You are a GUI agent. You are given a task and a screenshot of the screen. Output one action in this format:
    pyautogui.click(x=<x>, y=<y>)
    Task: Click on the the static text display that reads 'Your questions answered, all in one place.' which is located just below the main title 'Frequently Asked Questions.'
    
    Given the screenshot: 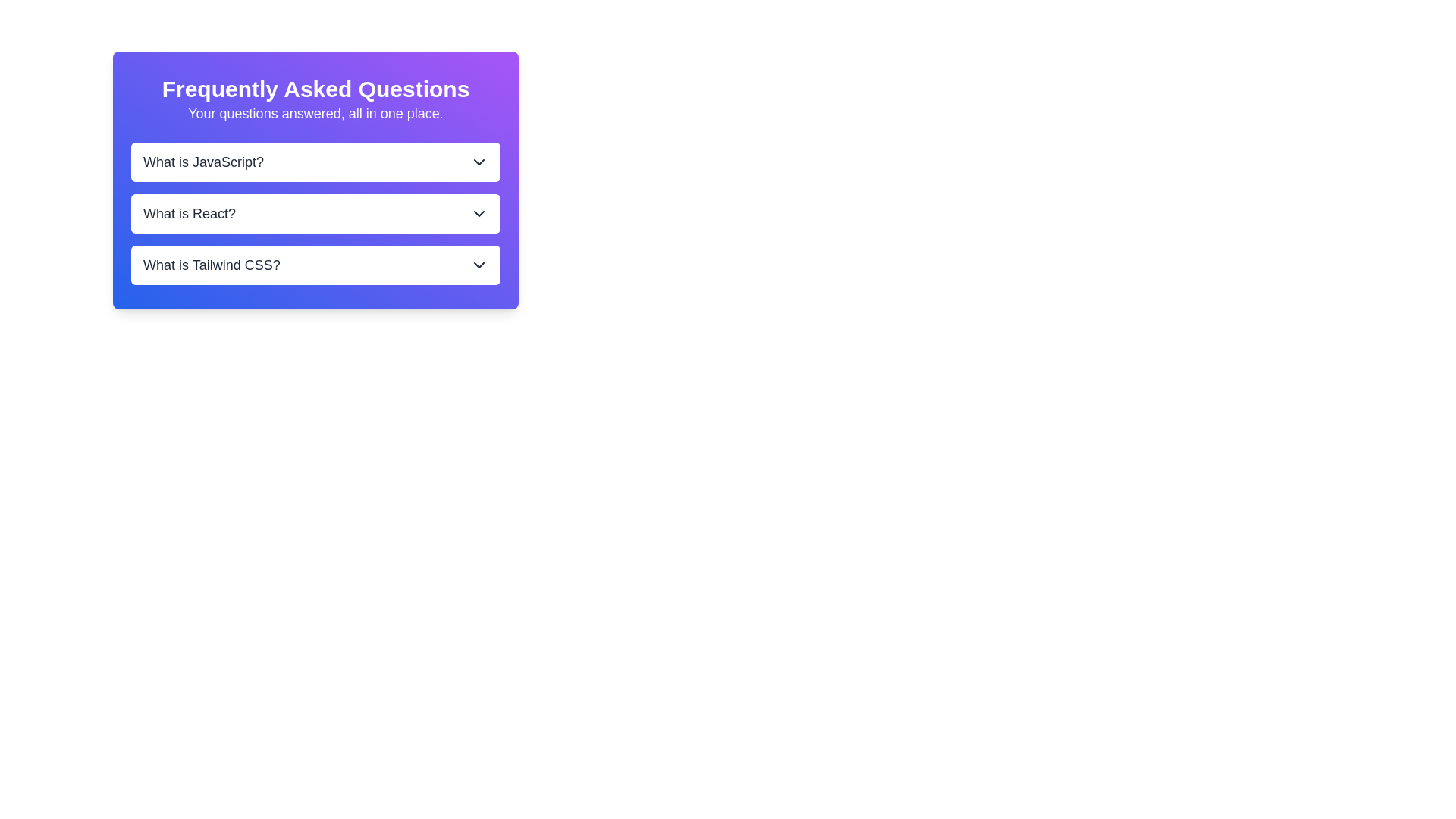 What is the action you would take?
    pyautogui.click(x=315, y=113)
    